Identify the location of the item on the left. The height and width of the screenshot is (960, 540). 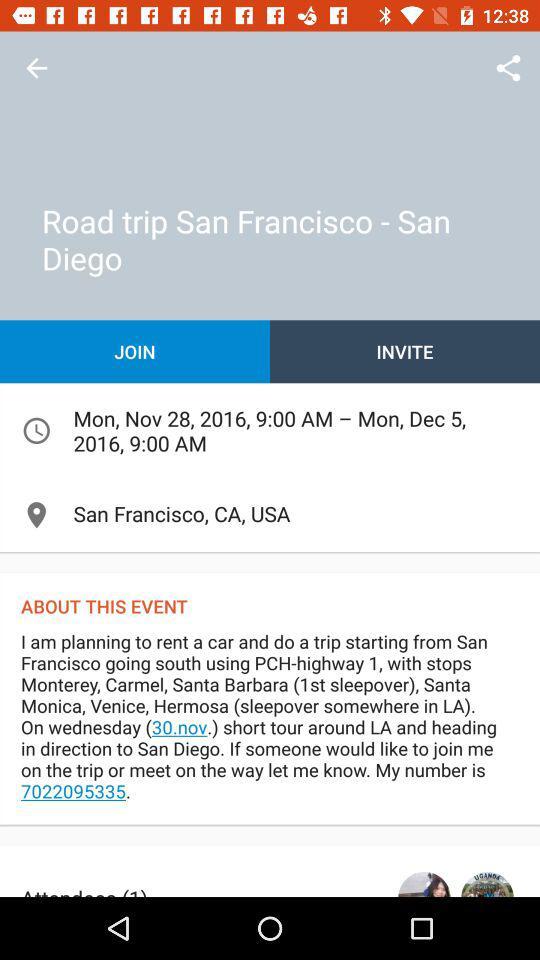
(135, 351).